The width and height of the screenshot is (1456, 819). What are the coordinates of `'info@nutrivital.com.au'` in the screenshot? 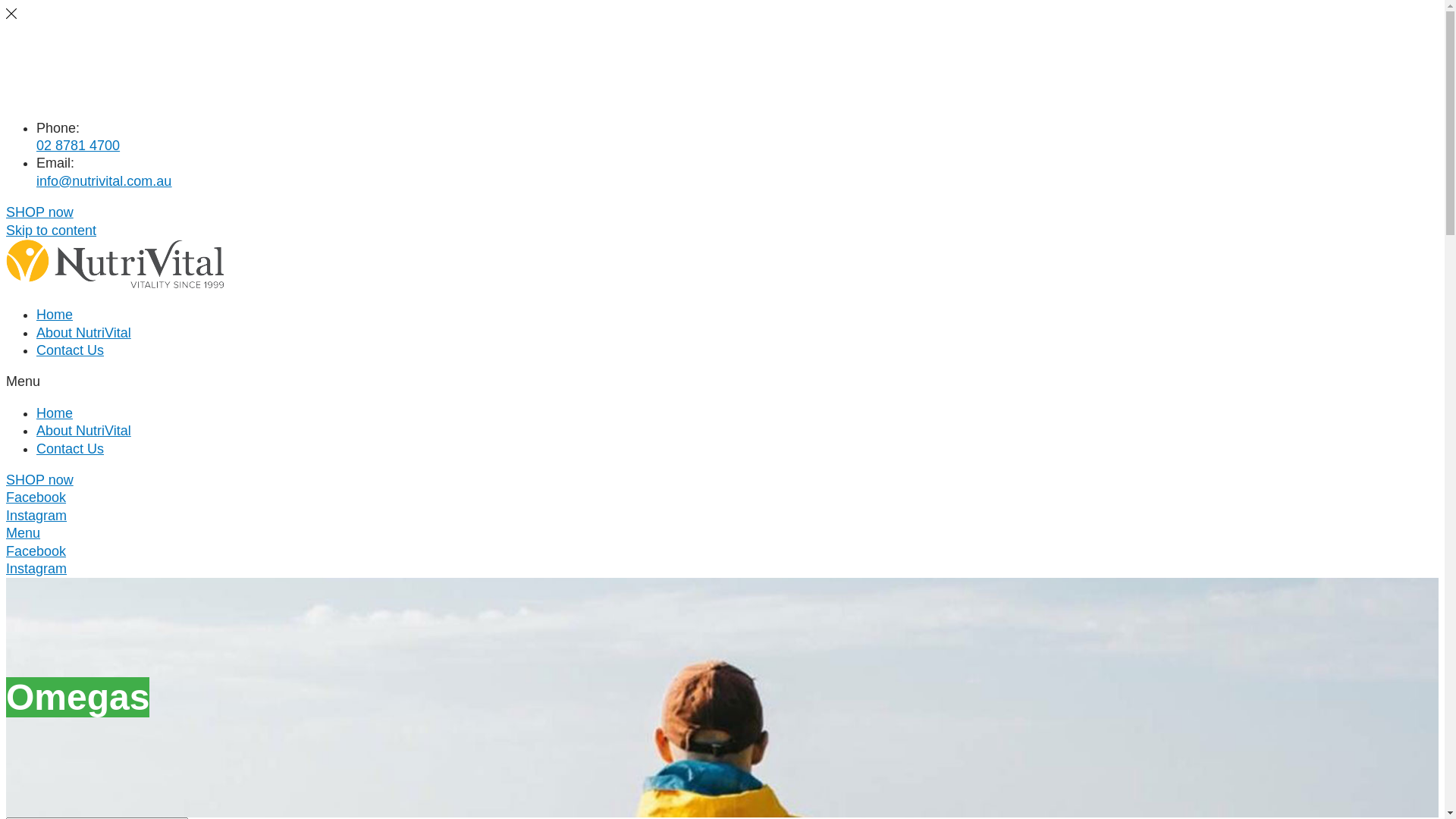 It's located at (103, 180).